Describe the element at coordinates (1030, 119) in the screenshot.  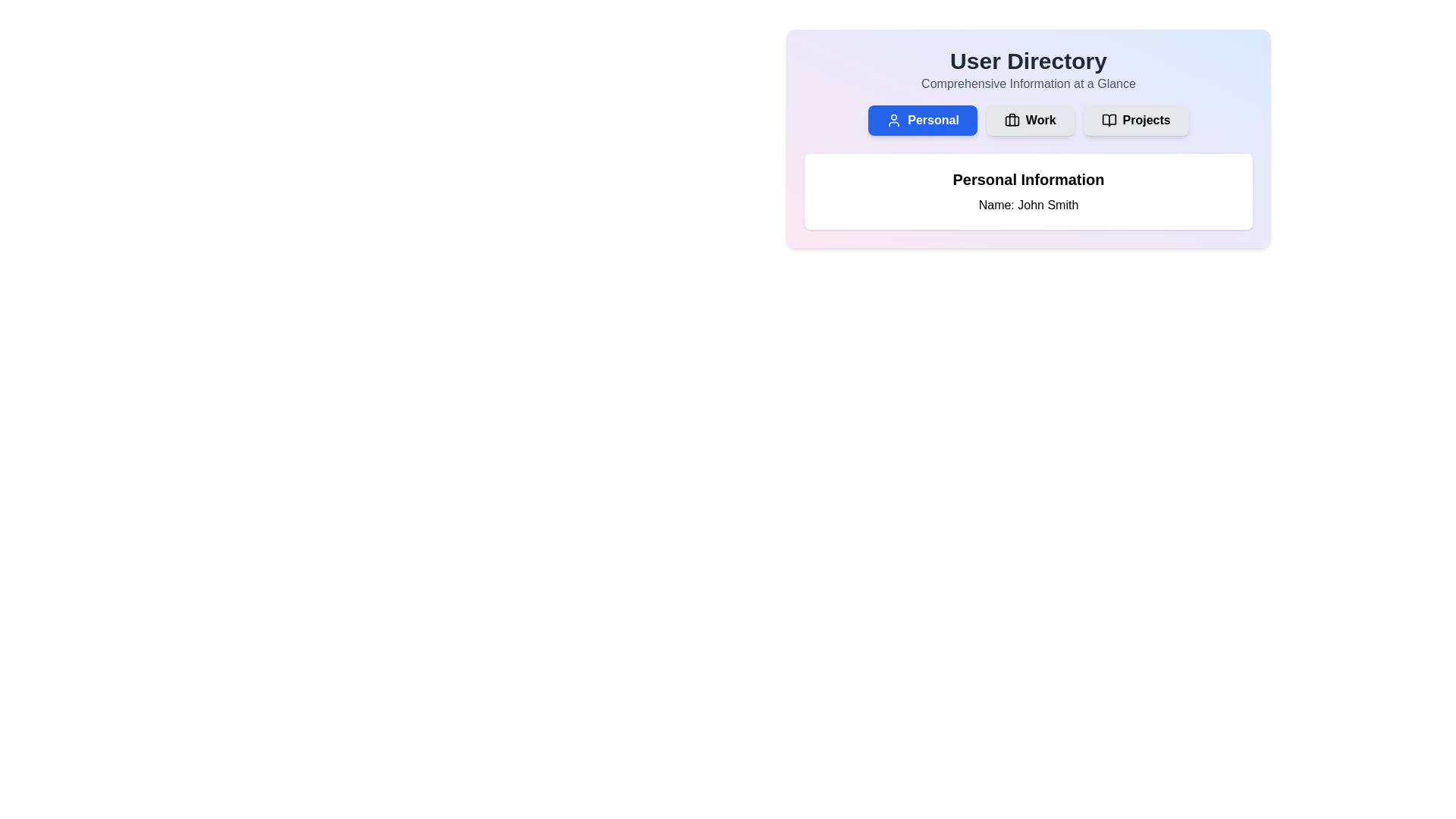
I see `the 'Work' navigation button located in the middle of three horizontally aligned buttons at the top of the 'User Directory' section` at that location.